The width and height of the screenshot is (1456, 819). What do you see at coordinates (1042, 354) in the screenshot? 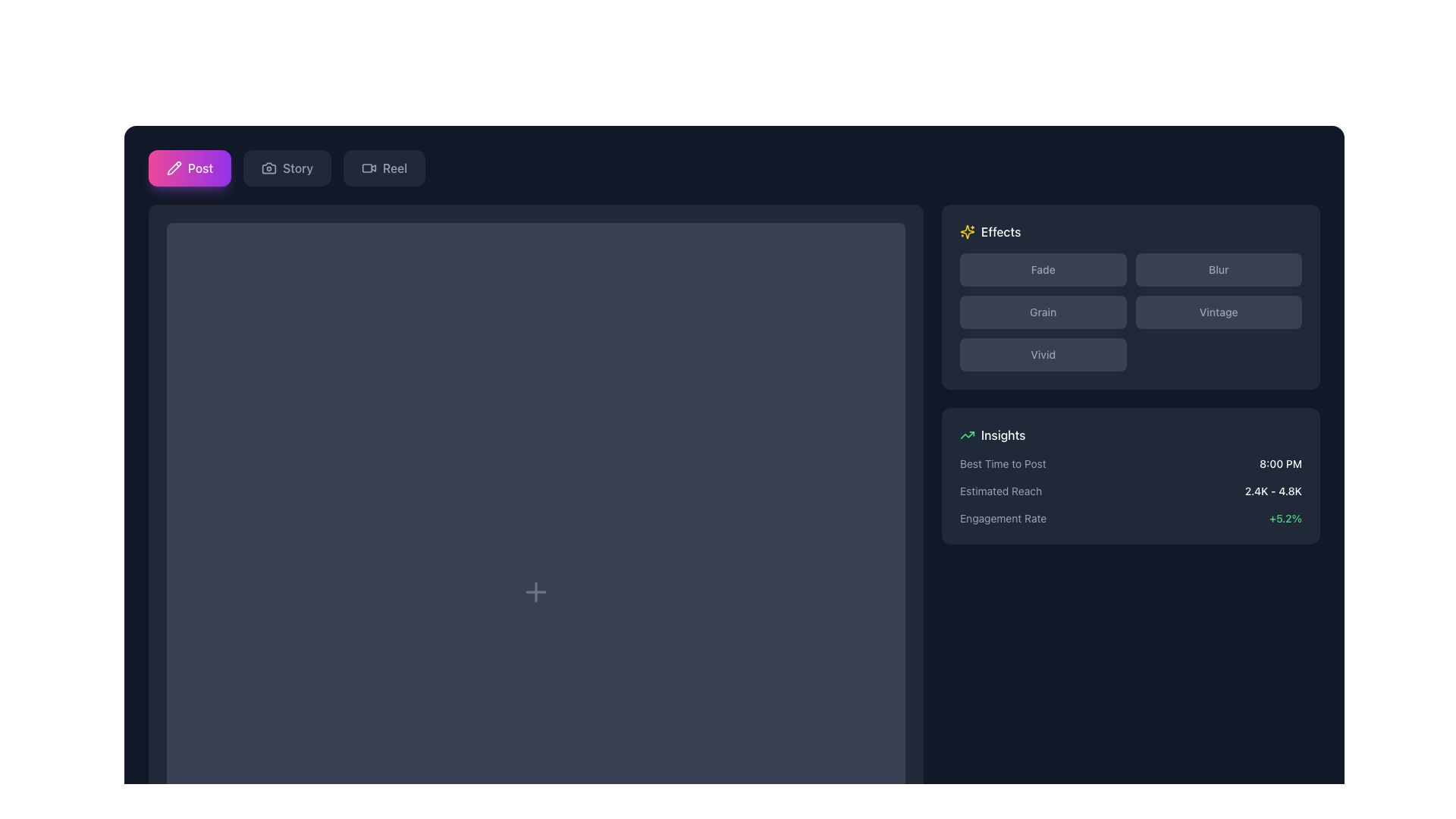
I see `the 'Vivid' button, which is a rectangular button with rounded corners located in the bottom-left corner of the grid titled 'Effects'. It displays lighter gray text when hovered, indicating interactivity` at bounding box center [1042, 354].